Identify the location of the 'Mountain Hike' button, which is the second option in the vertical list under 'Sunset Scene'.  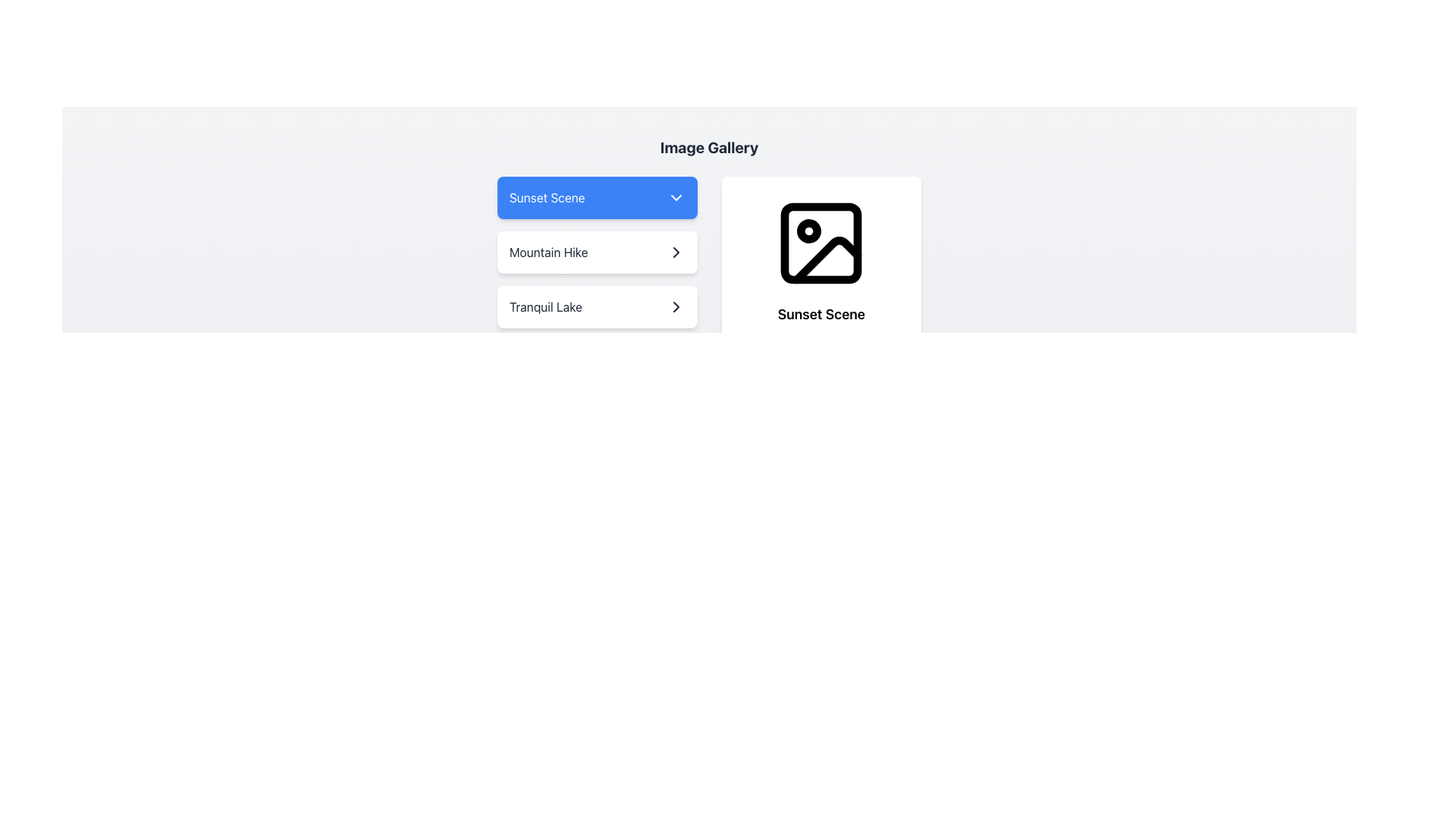
(596, 251).